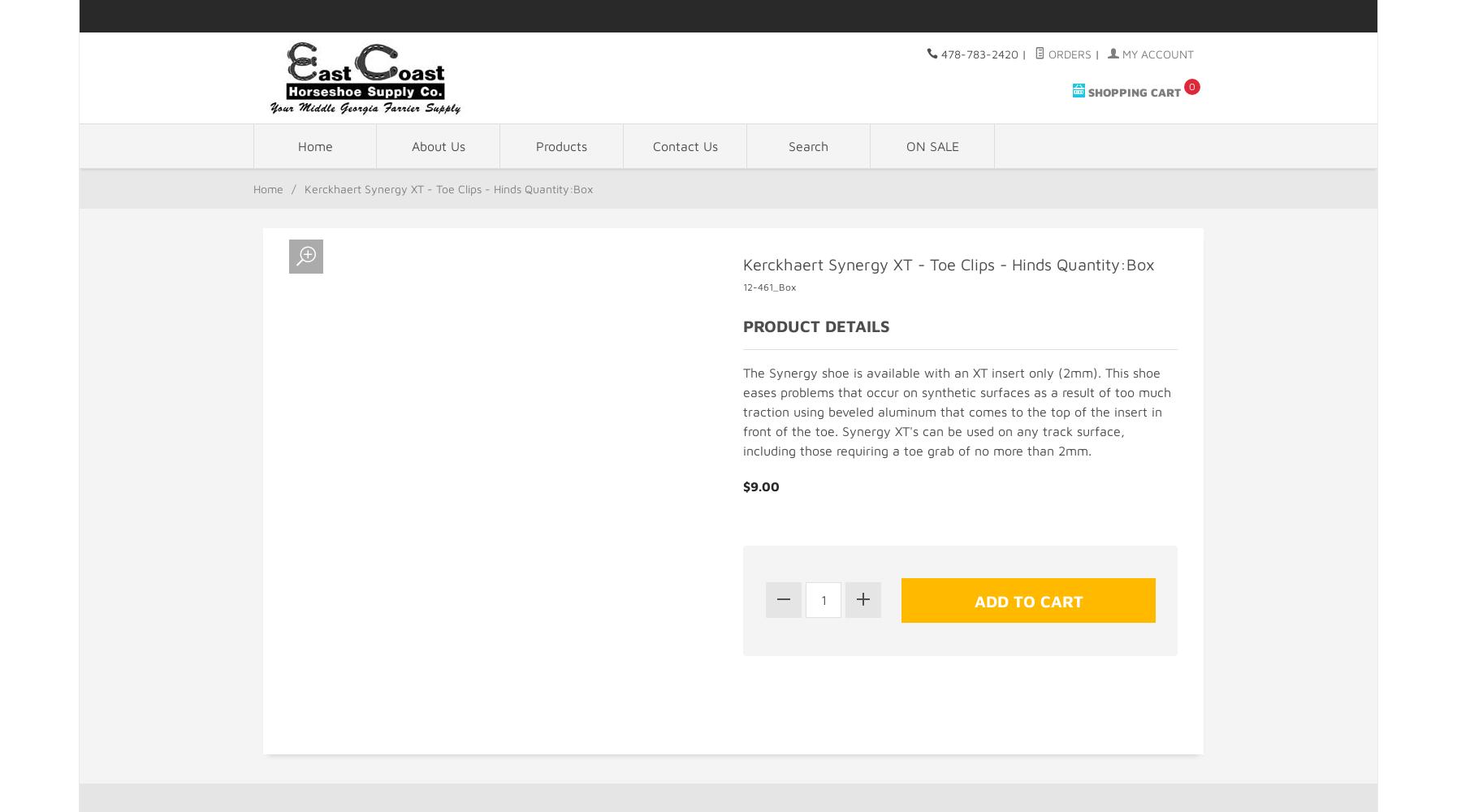 This screenshot has height=812, width=1457. Describe the element at coordinates (293, 188) in the screenshot. I see `'/'` at that location.